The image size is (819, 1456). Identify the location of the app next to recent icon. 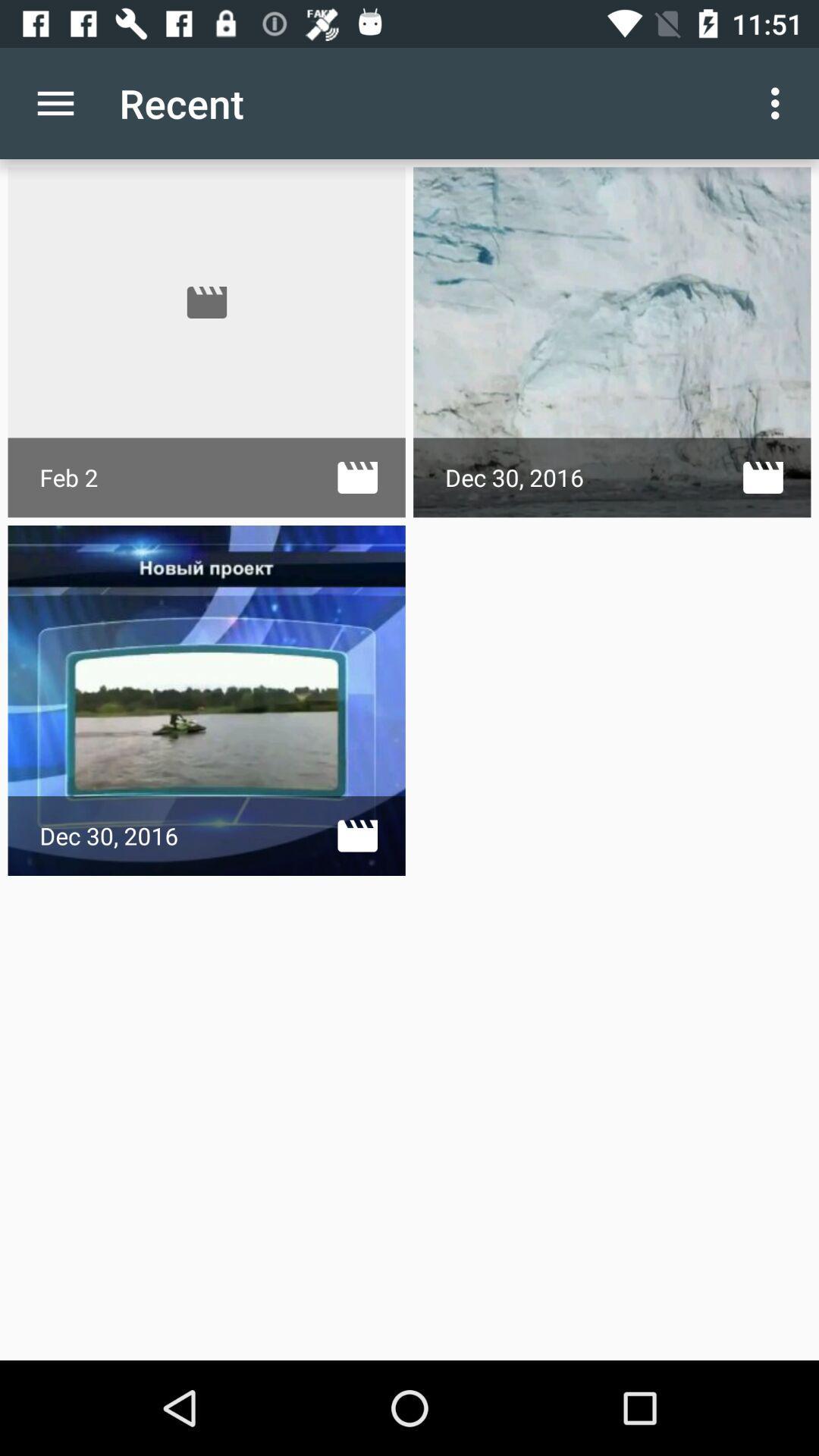
(779, 102).